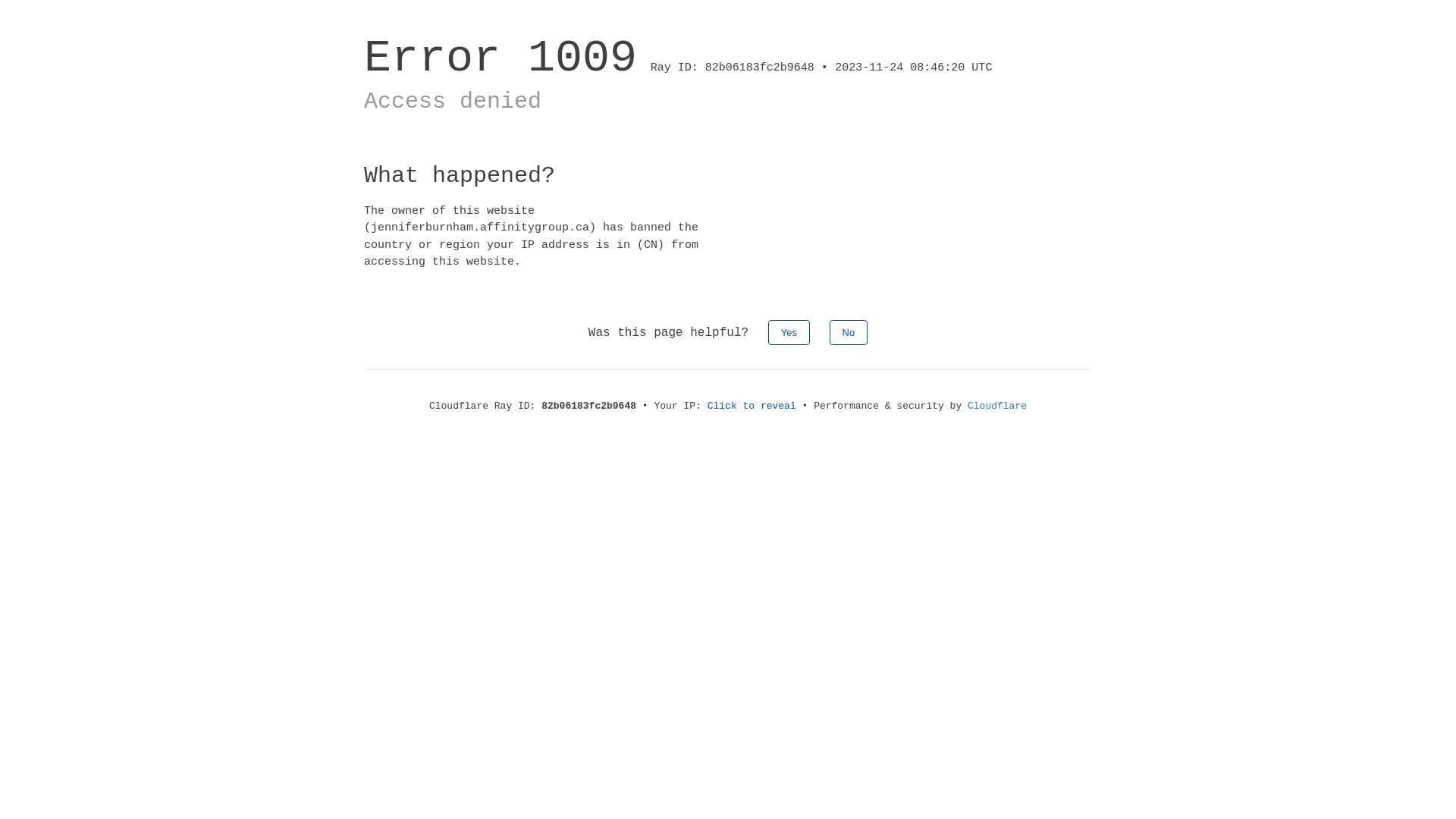 This screenshot has height=819, width=1456. I want to click on 'No', so click(848, 331).